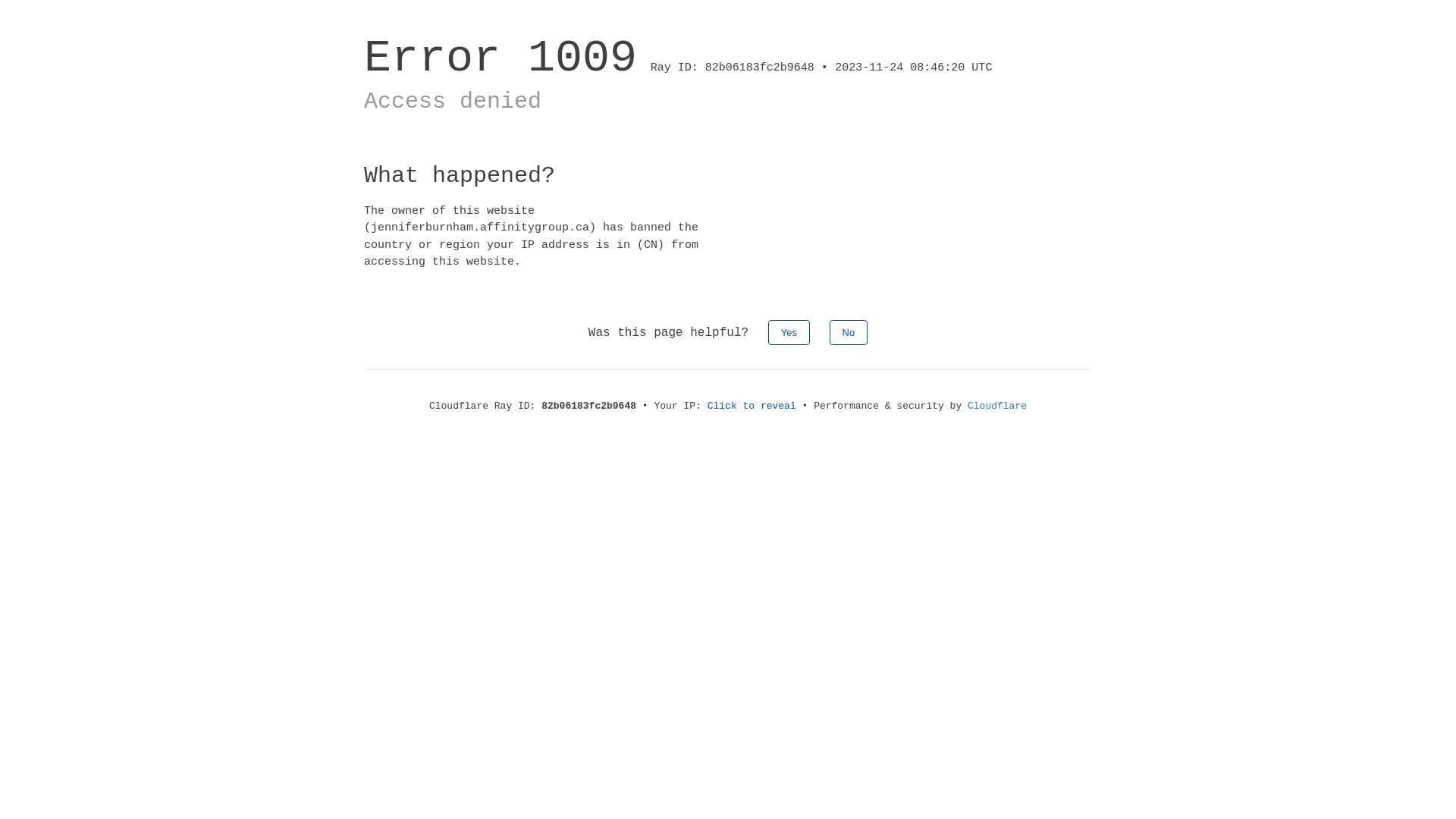 This screenshot has height=819, width=1456. I want to click on 'No', so click(848, 331).